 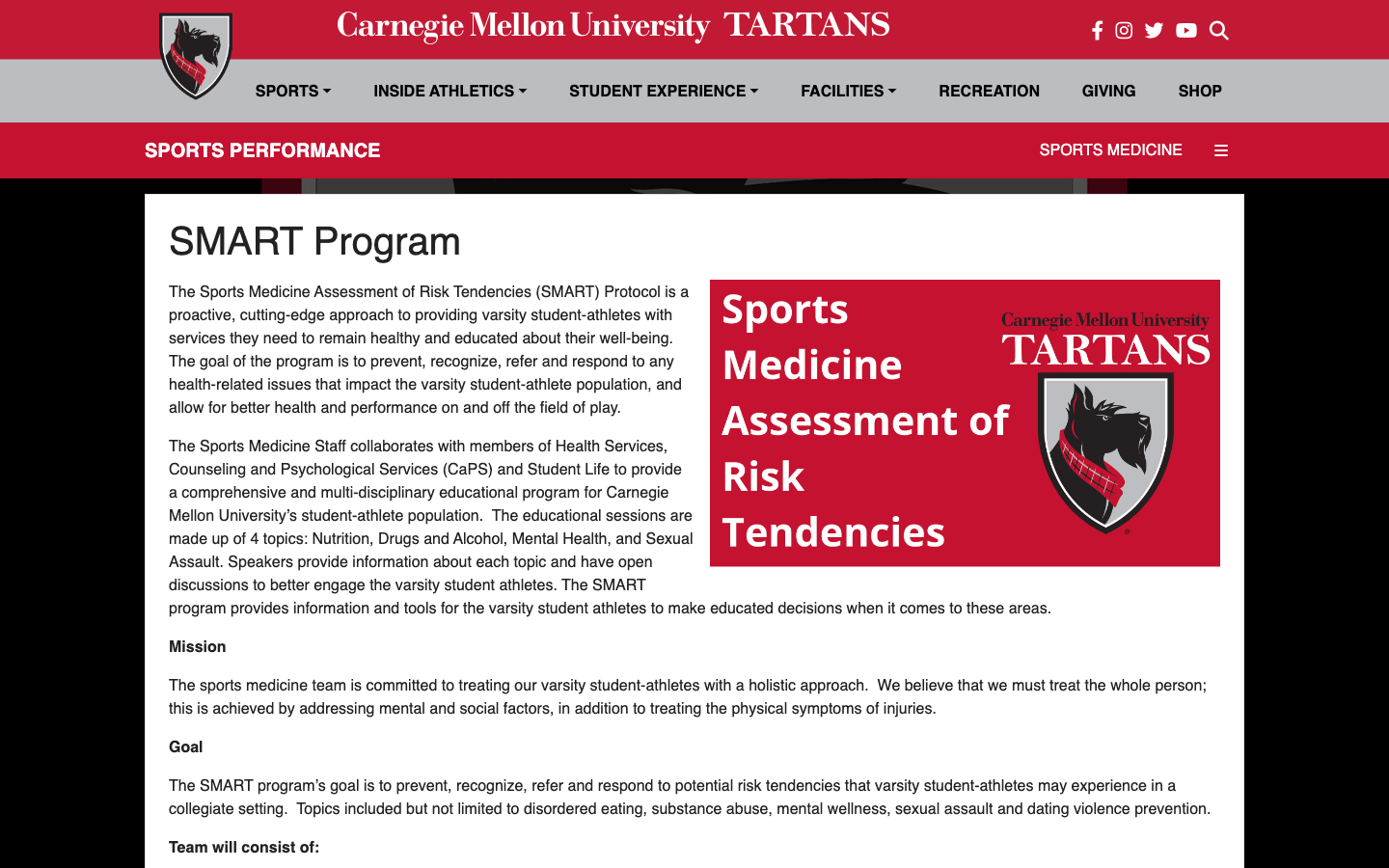 What do you see at coordinates (1199, 90) in the screenshot?
I see `online store and proceed to associated Facebook page` at bounding box center [1199, 90].